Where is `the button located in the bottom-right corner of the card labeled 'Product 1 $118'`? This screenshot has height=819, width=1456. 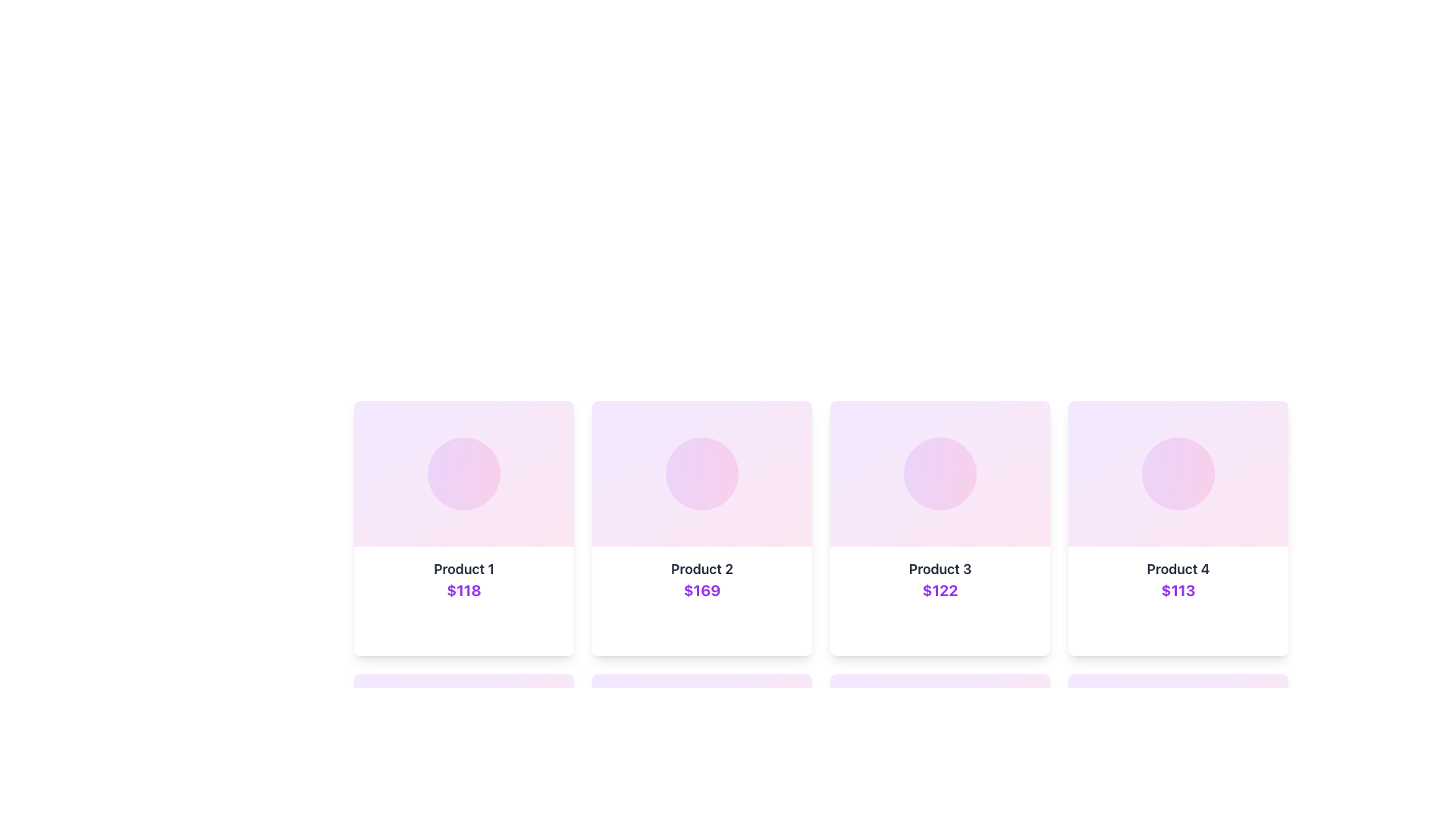 the button located in the bottom-right corner of the card labeled 'Product 1 $118' is located at coordinates (548, 629).